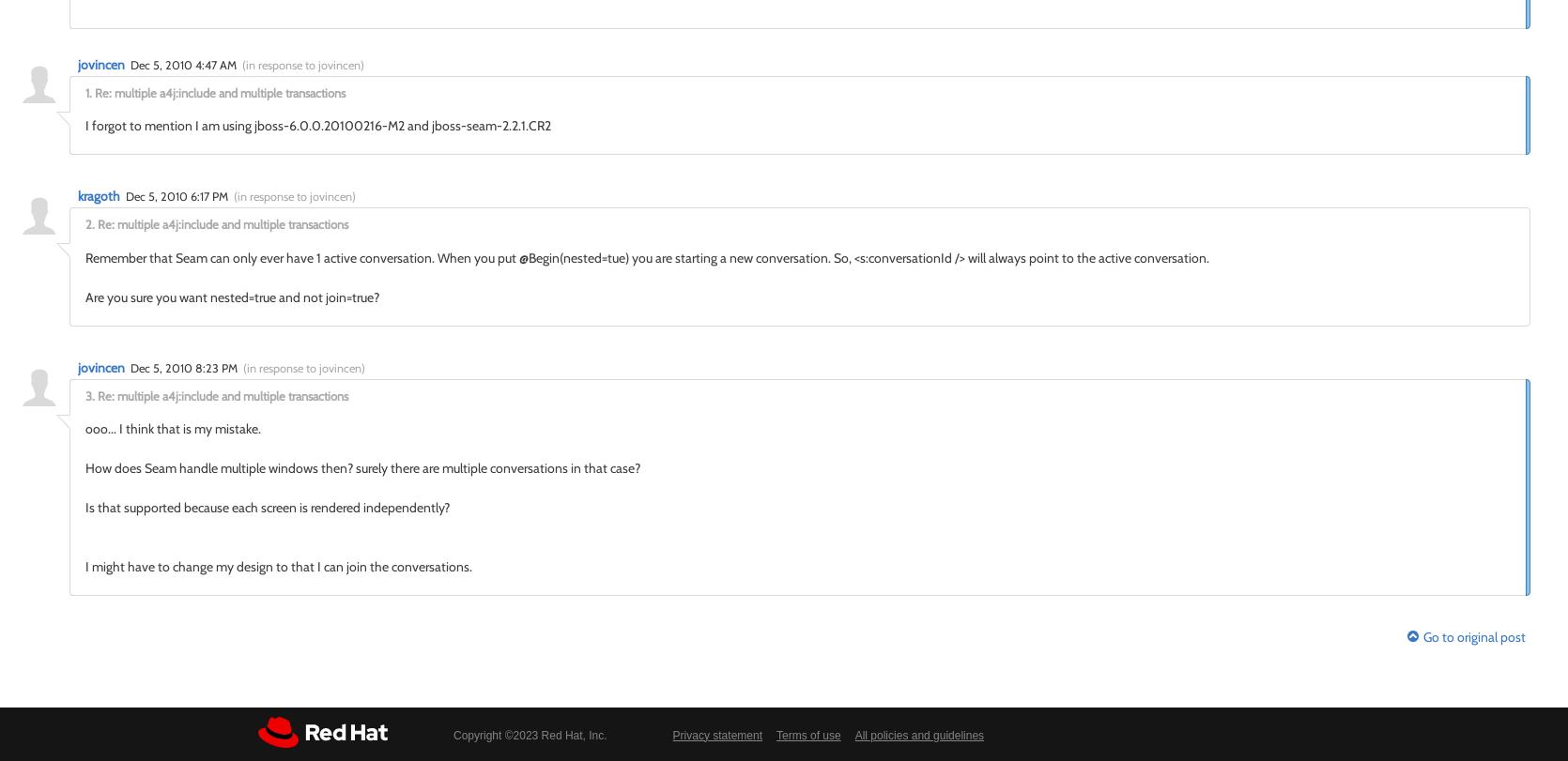 The width and height of the screenshot is (1568, 761). I want to click on 'All policies and guidelines', so click(853, 734).